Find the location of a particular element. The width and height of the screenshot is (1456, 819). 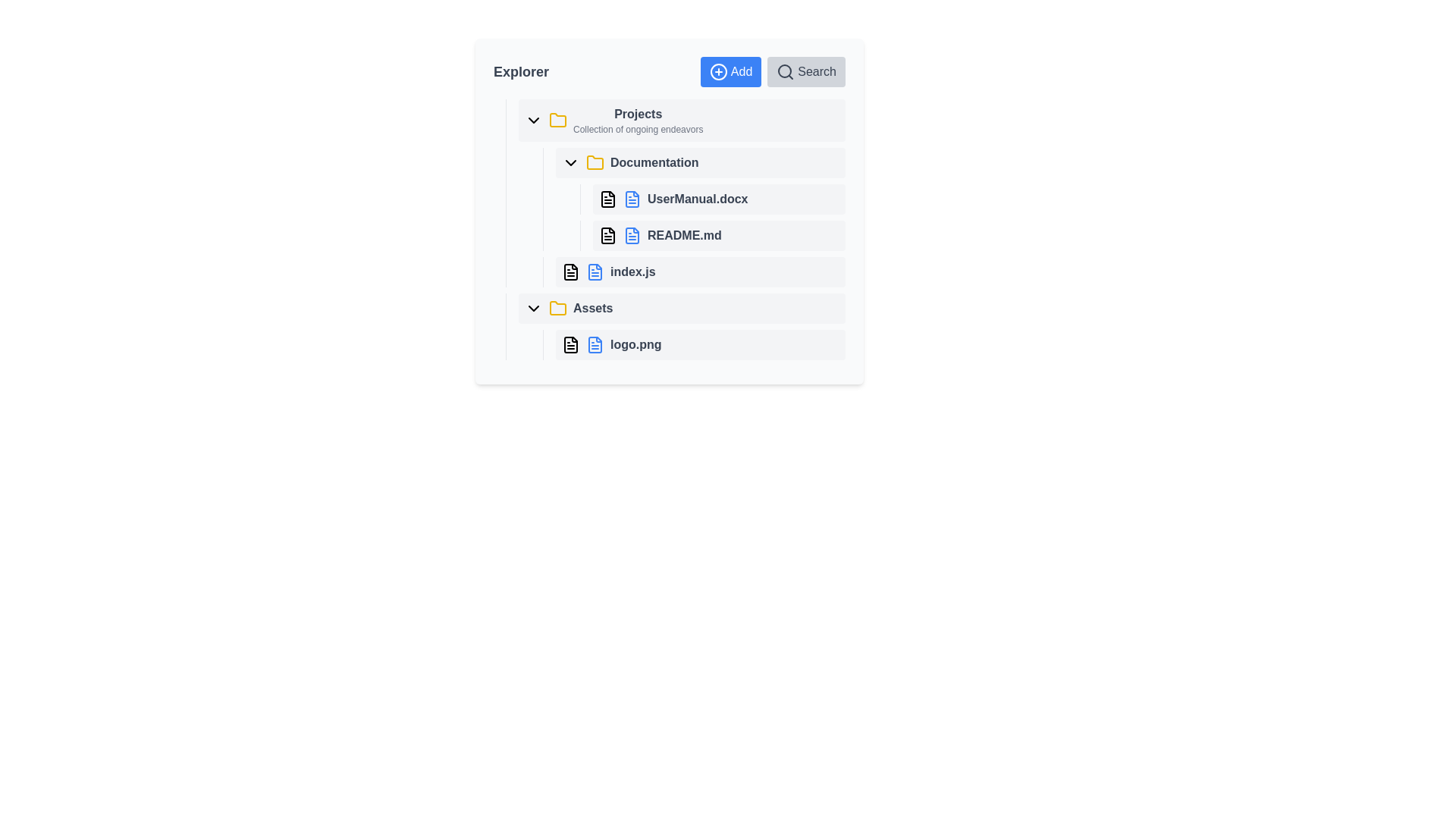

the 'README.md' text label associated with the clickable file entry is located at coordinates (683, 236).